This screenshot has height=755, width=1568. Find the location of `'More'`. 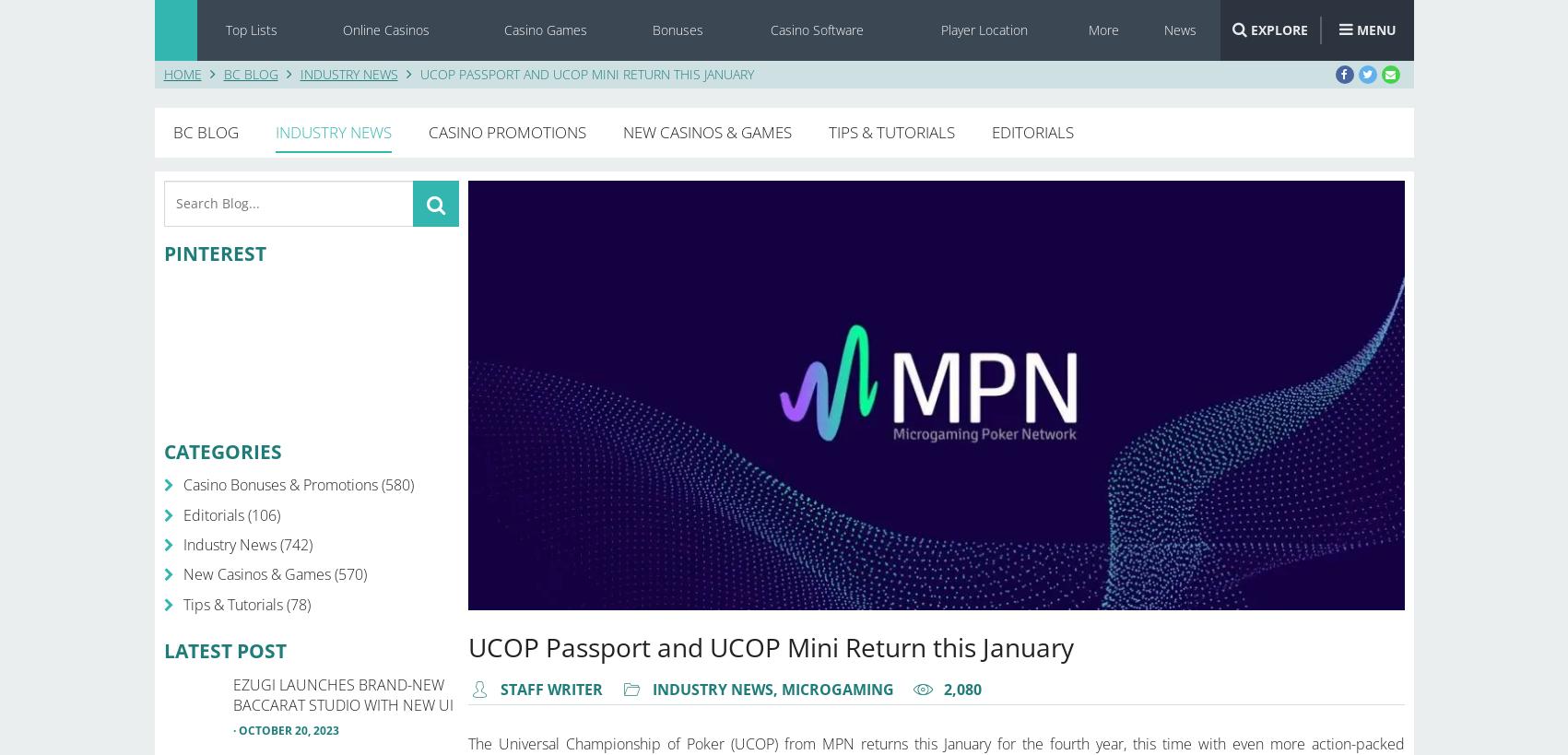

'More' is located at coordinates (1102, 28).